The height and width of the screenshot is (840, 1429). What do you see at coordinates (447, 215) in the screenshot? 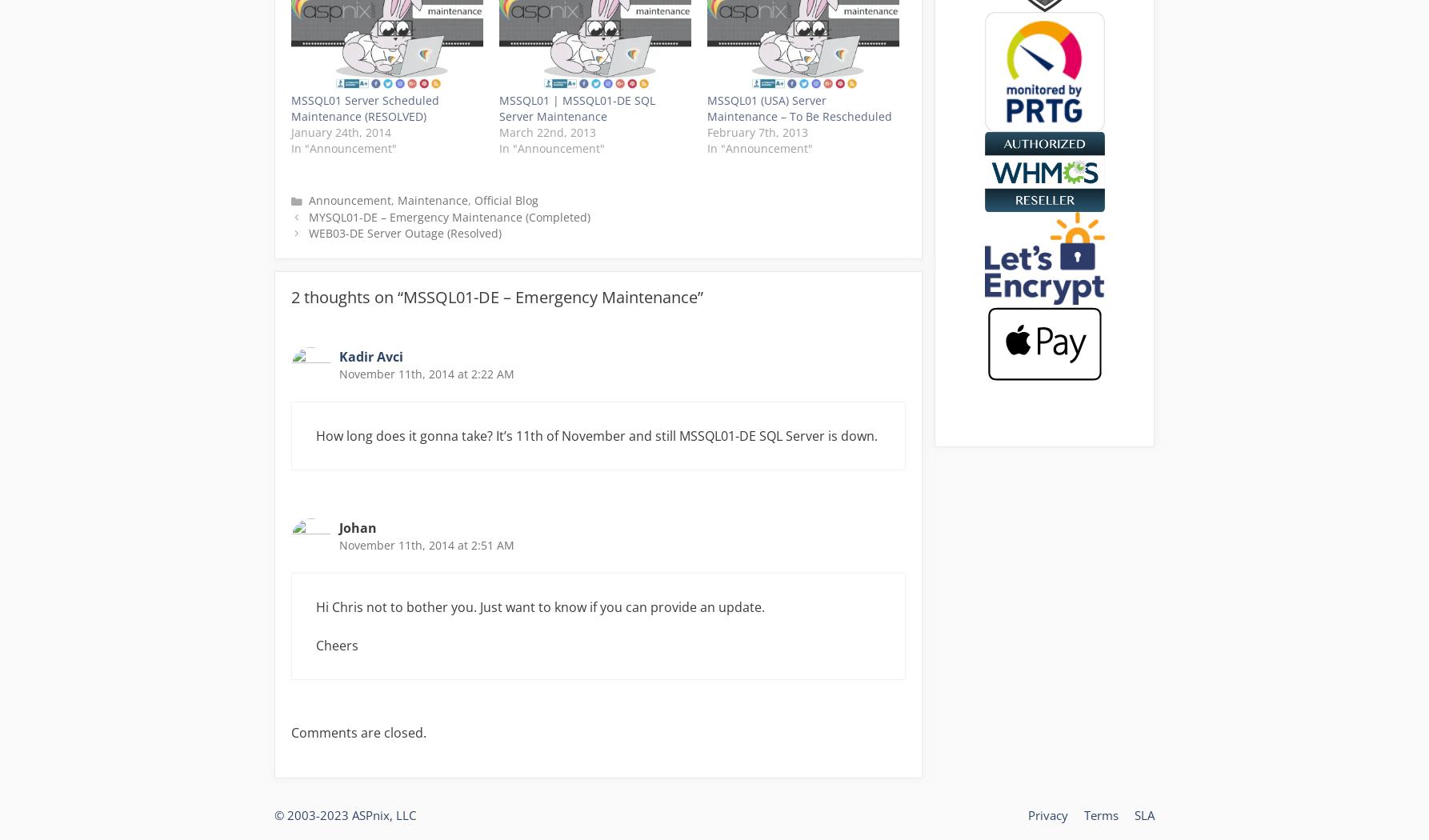
I see `'MYSQL01-DE – Emergency Maintenance (Completed)'` at bounding box center [447, 215].